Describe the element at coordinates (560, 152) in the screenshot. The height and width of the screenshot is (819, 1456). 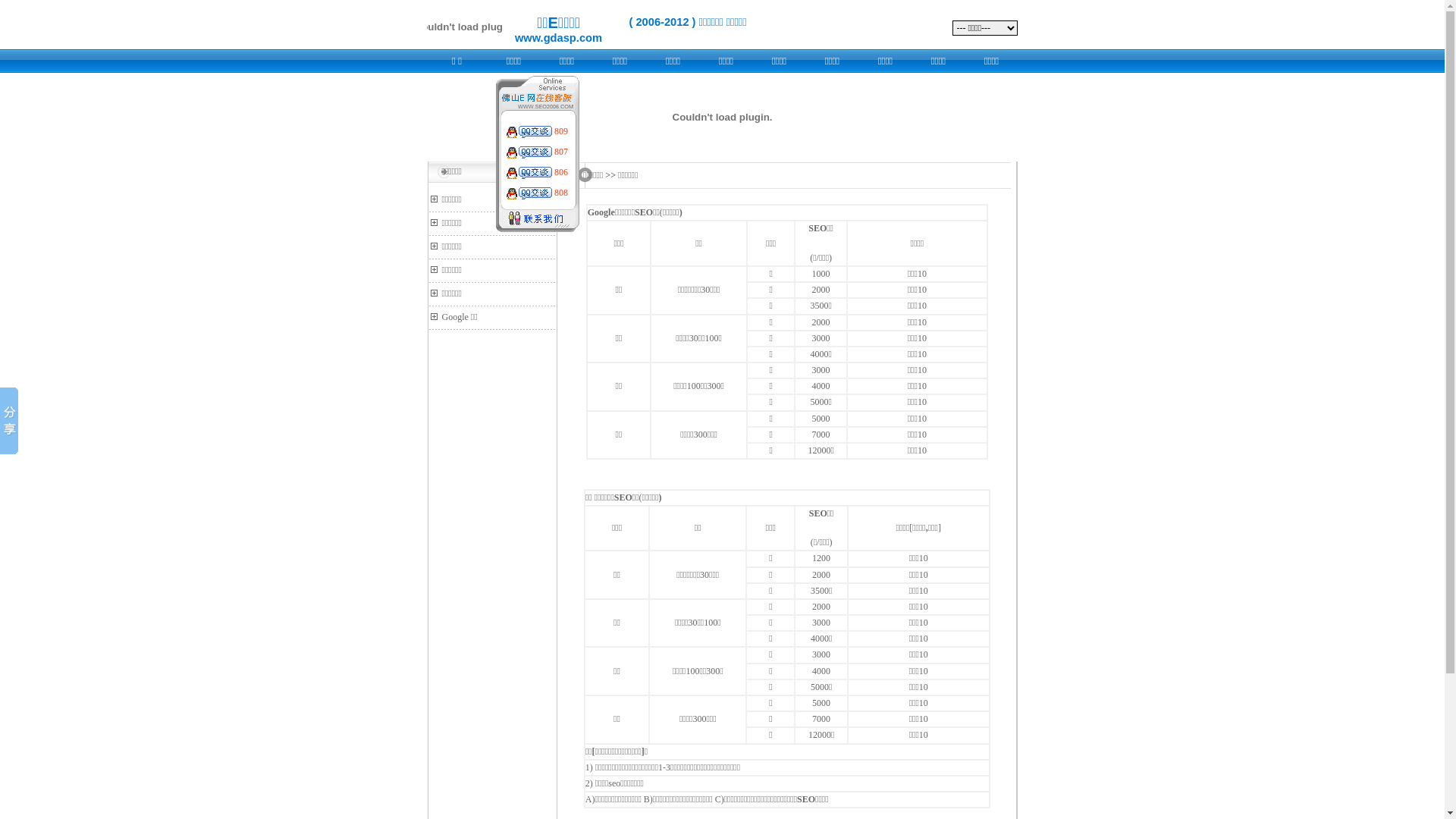
I see `'807'` at that location.